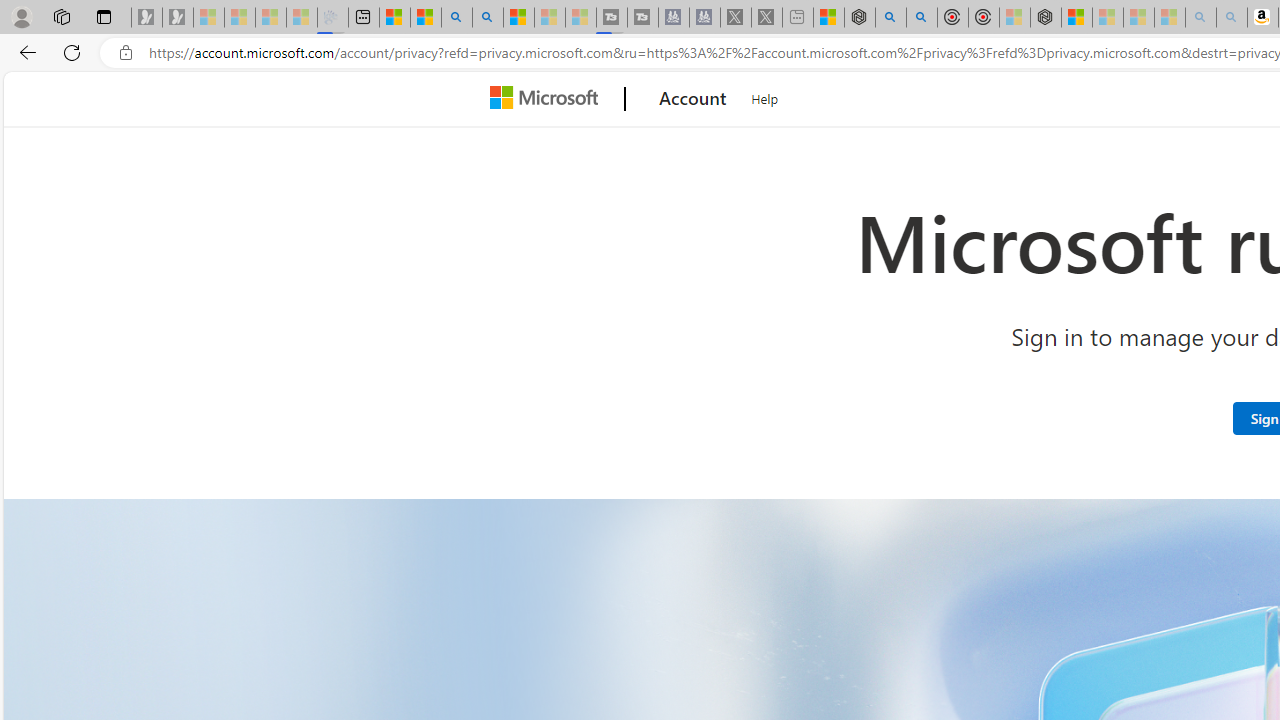 This screenshot has height=720, width=1280. I want to click on 'amazon - Search - Sleeping', so click(1200, 17).